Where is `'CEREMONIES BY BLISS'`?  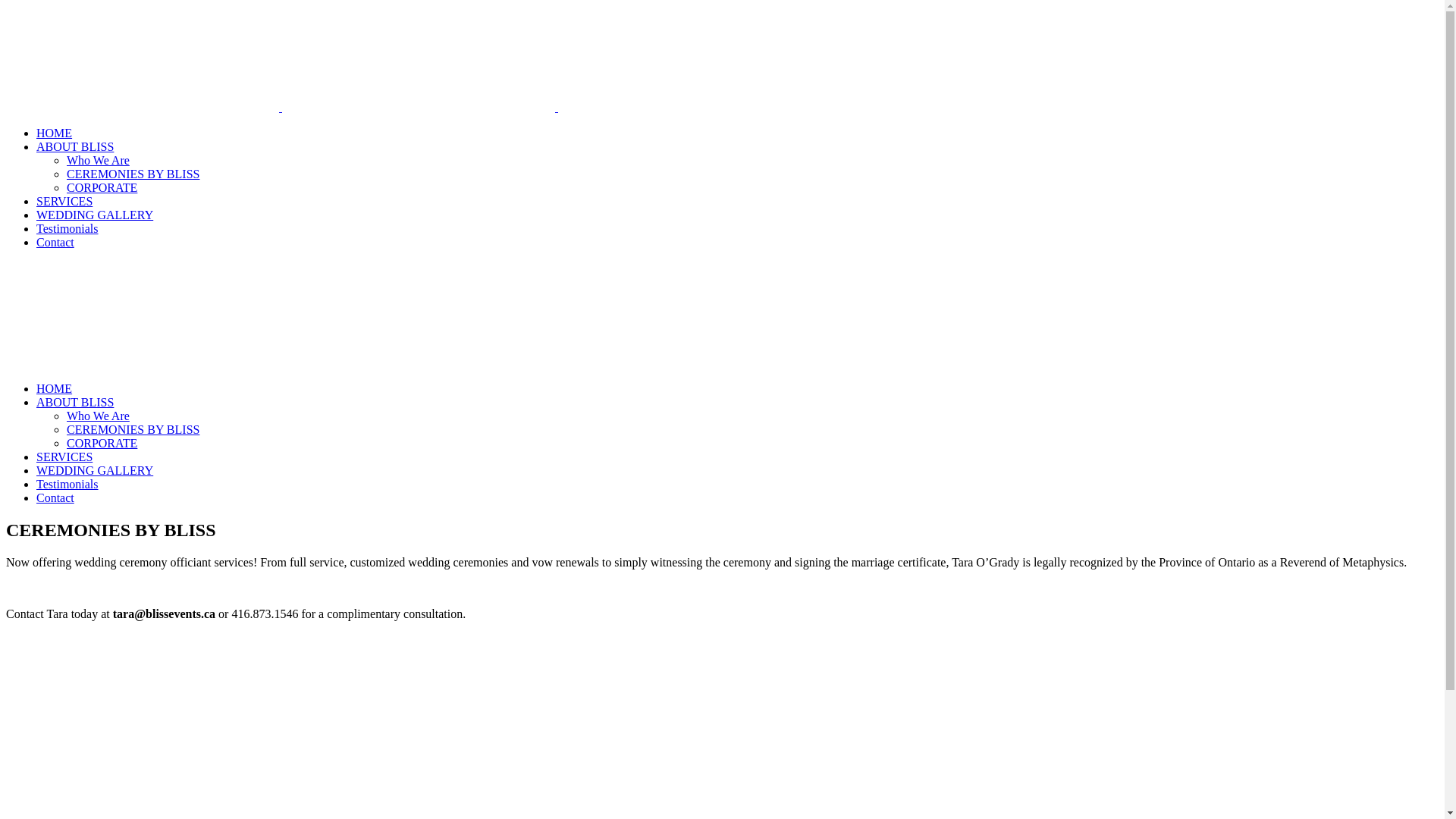
'CEREMONIES BY BLISS' is located at coordinates (65, 173).